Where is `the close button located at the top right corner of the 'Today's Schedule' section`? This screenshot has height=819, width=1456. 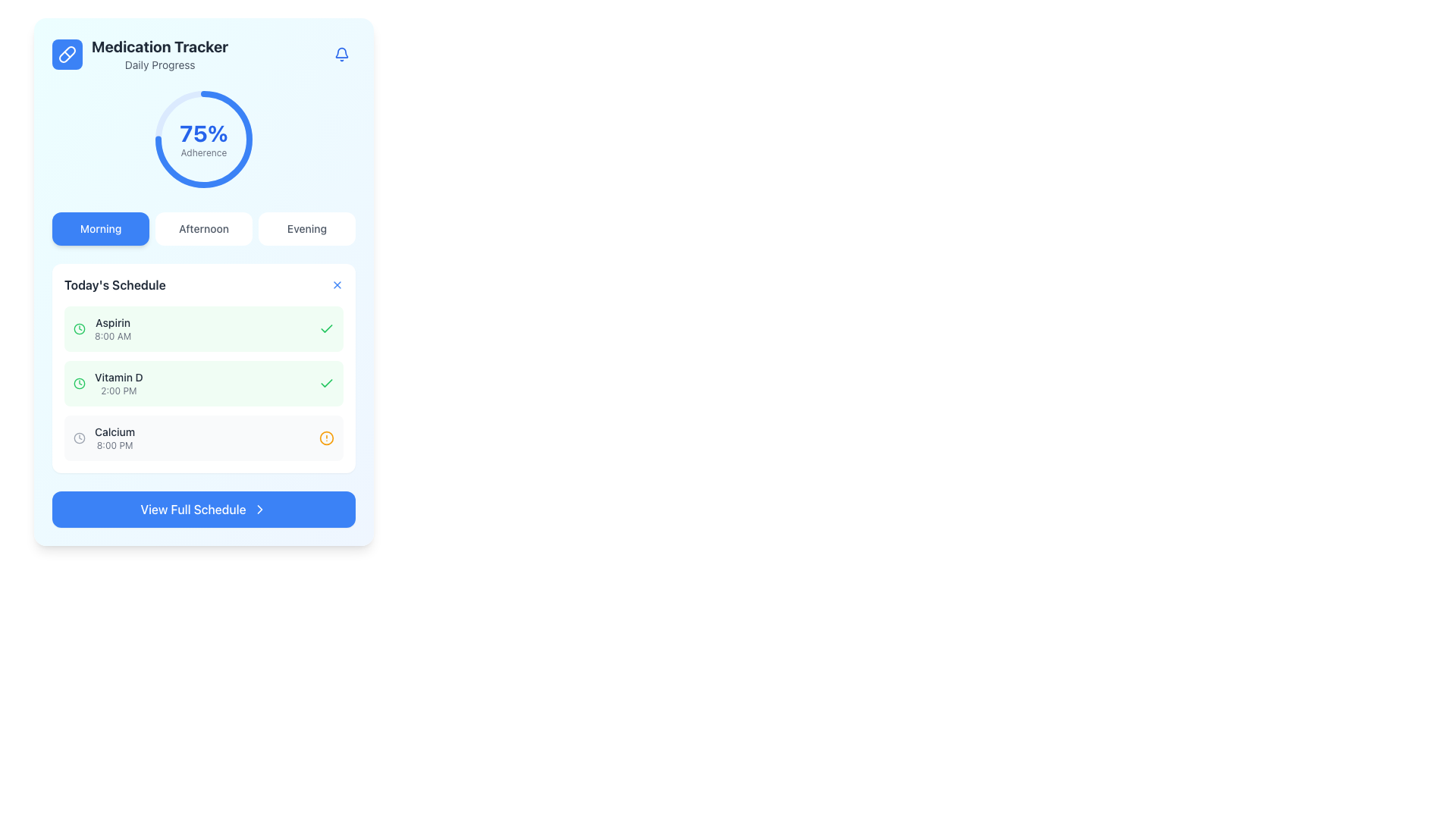
the close button located at the top right corner of the 'Today's Schedule' section is located at coordinates (337, 284).